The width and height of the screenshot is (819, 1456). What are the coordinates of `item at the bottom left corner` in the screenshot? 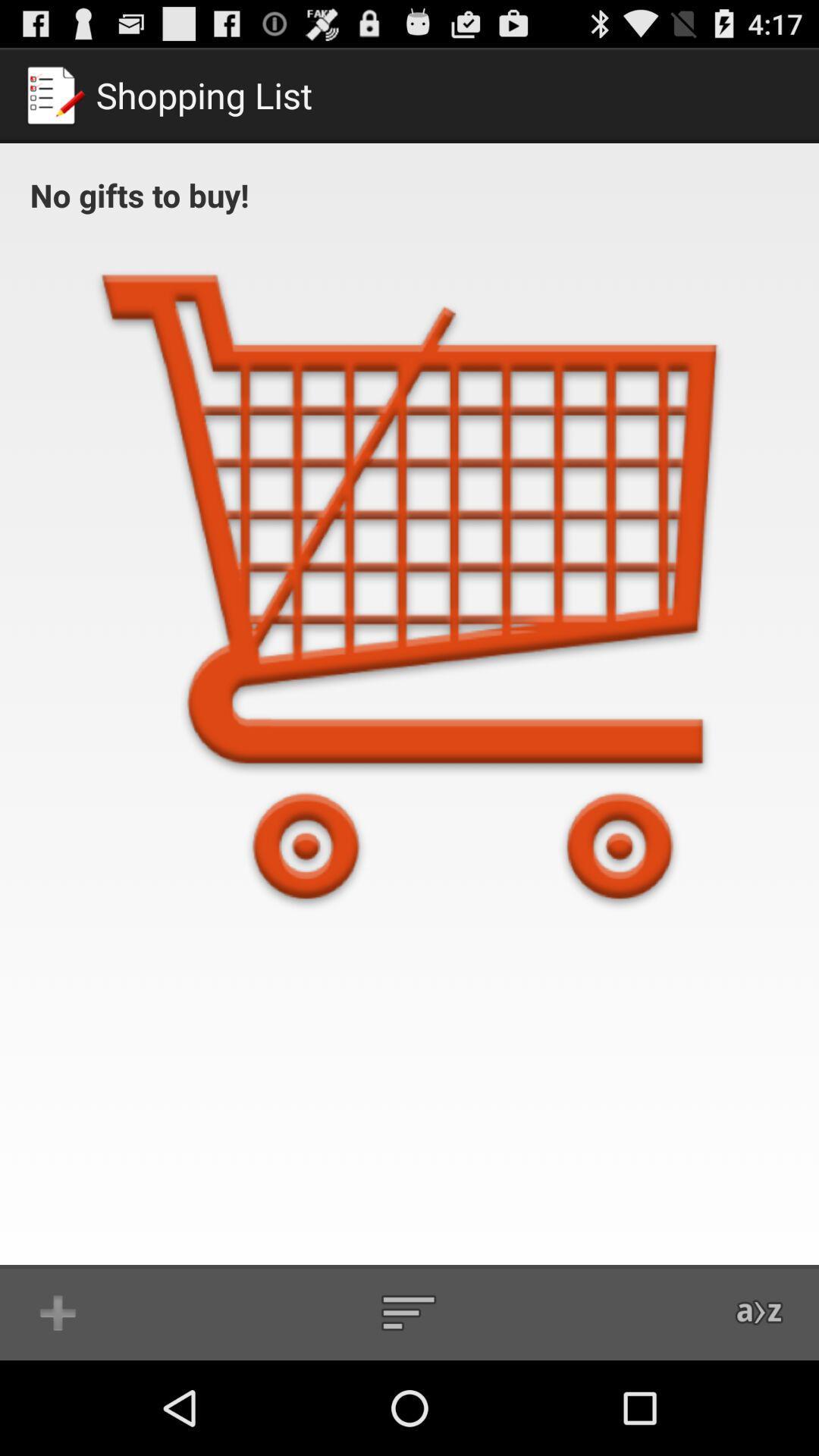 It's located at (57, 1312).